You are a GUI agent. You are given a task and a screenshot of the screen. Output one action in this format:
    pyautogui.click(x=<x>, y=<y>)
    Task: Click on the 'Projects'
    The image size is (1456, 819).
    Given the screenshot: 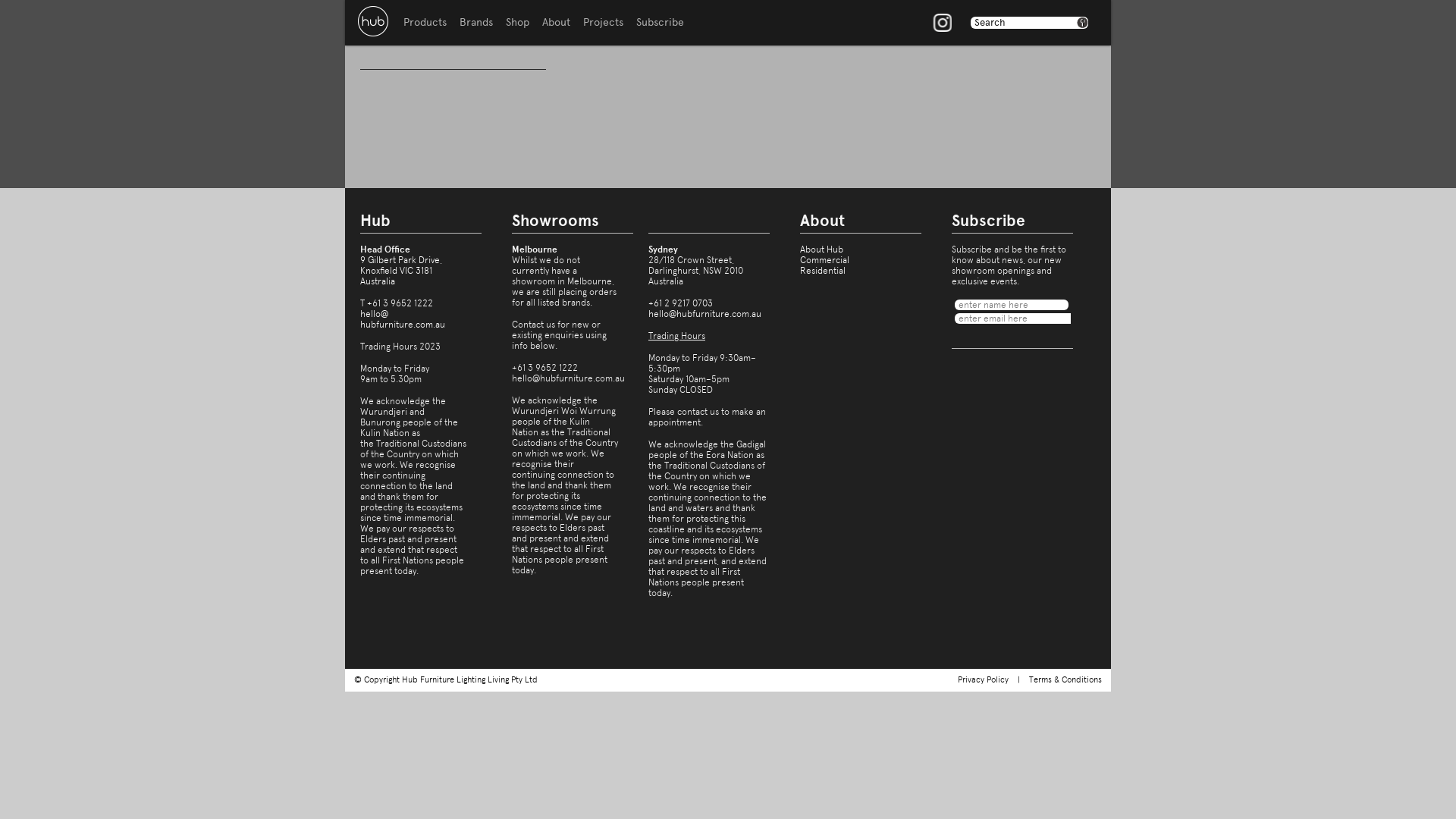 What is the action you would take?
    pyautogui.click(x=602, y=23)
    